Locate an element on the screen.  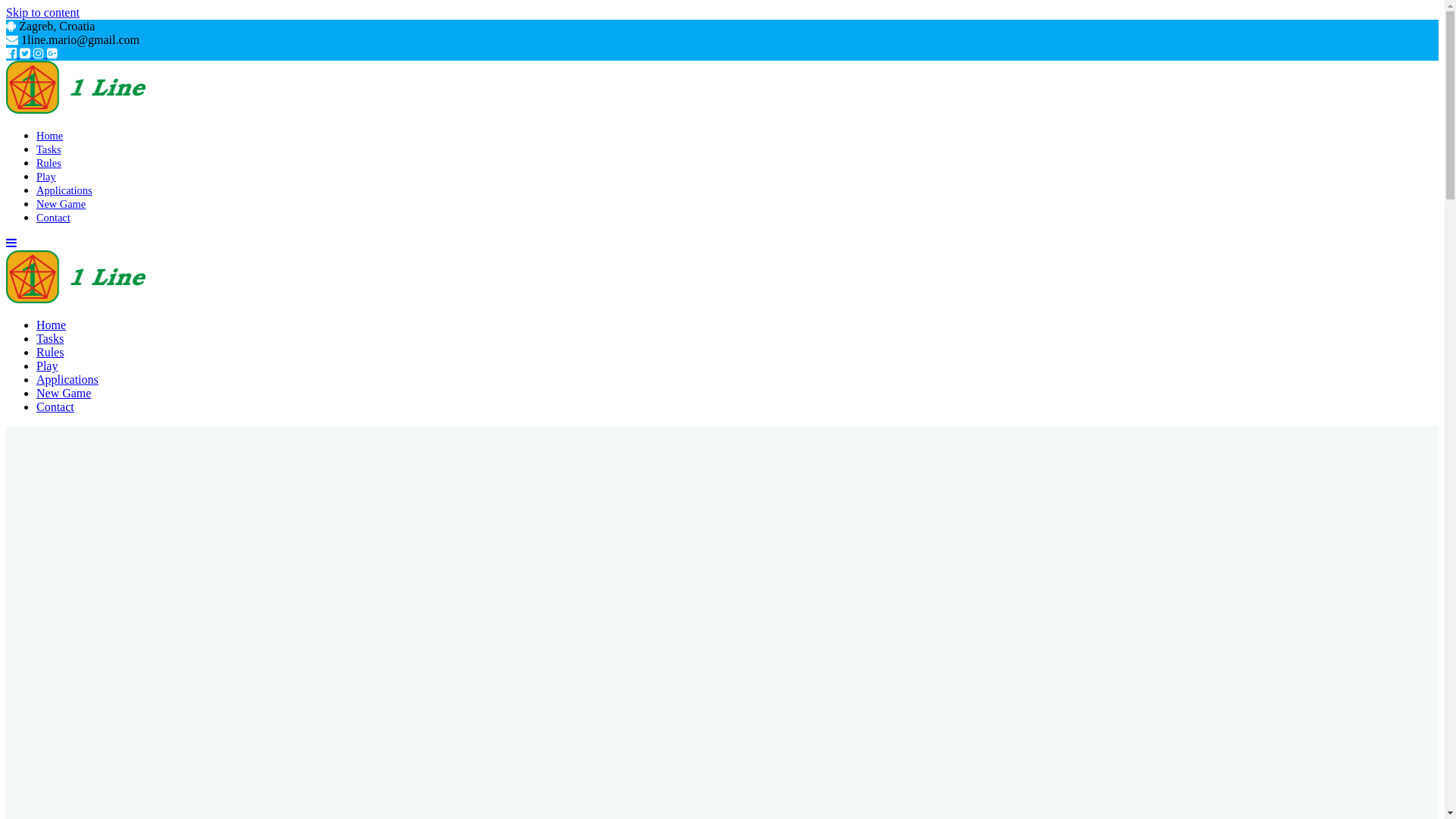
'Applications' is located at coordinates (64, 189).